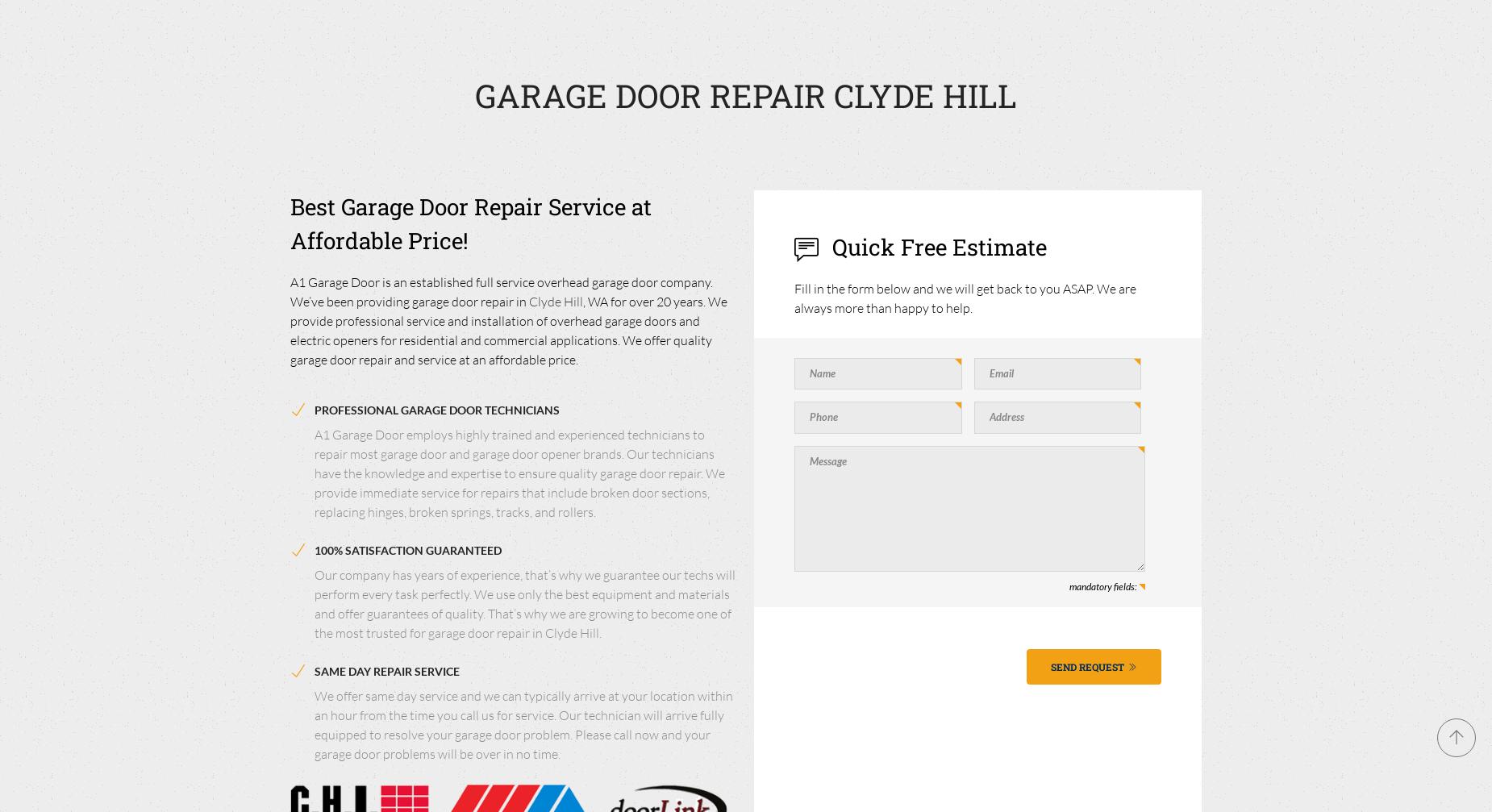  What do you see at coordinates (475, 94) in the screenshot?
I see `'GARAGE DOOR REPAIR CLYDE HILL'` at bounding box center [475, 94].